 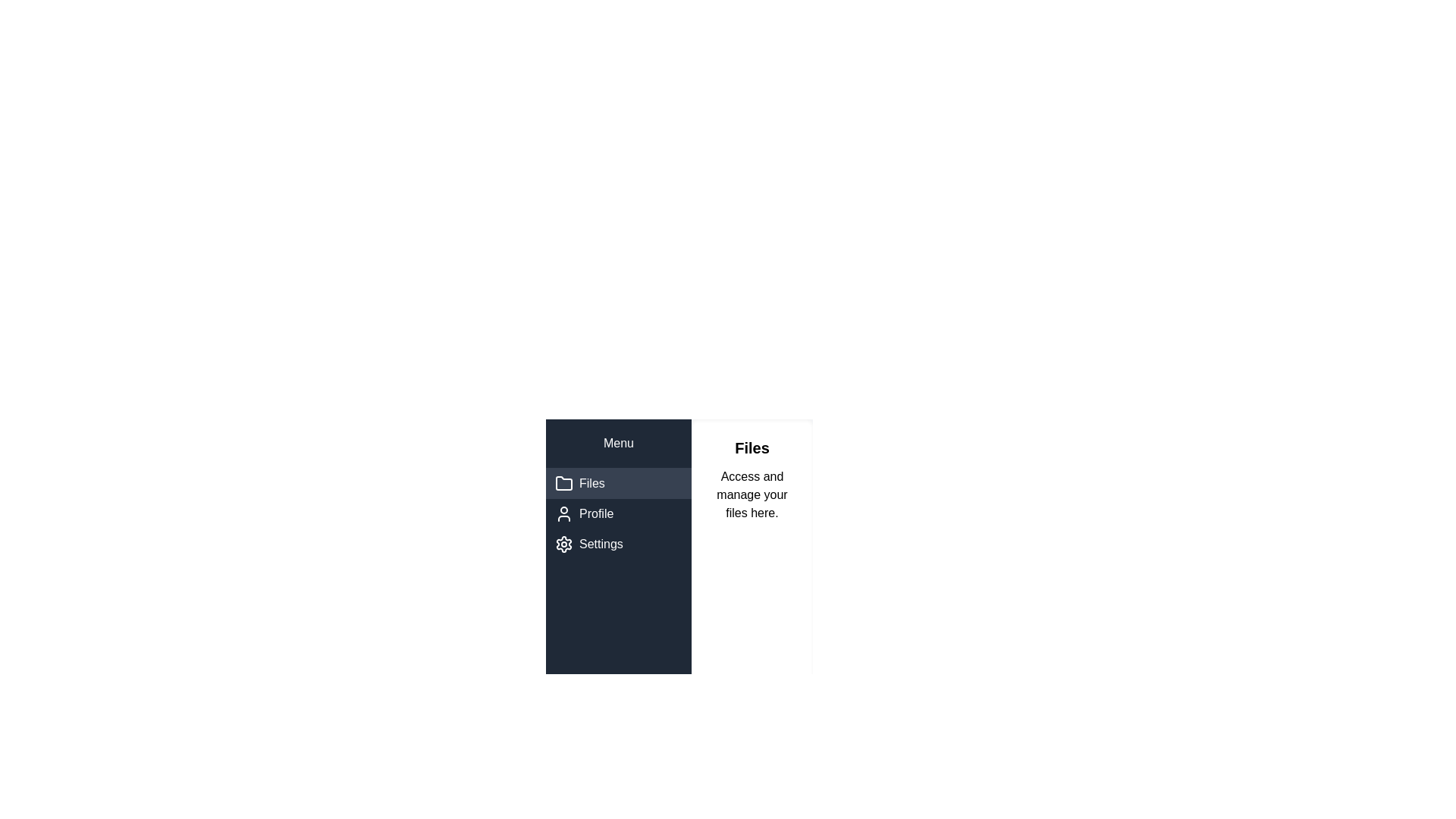 I want to click on the Files tab by clicking on it, so click(x=619, y=483).